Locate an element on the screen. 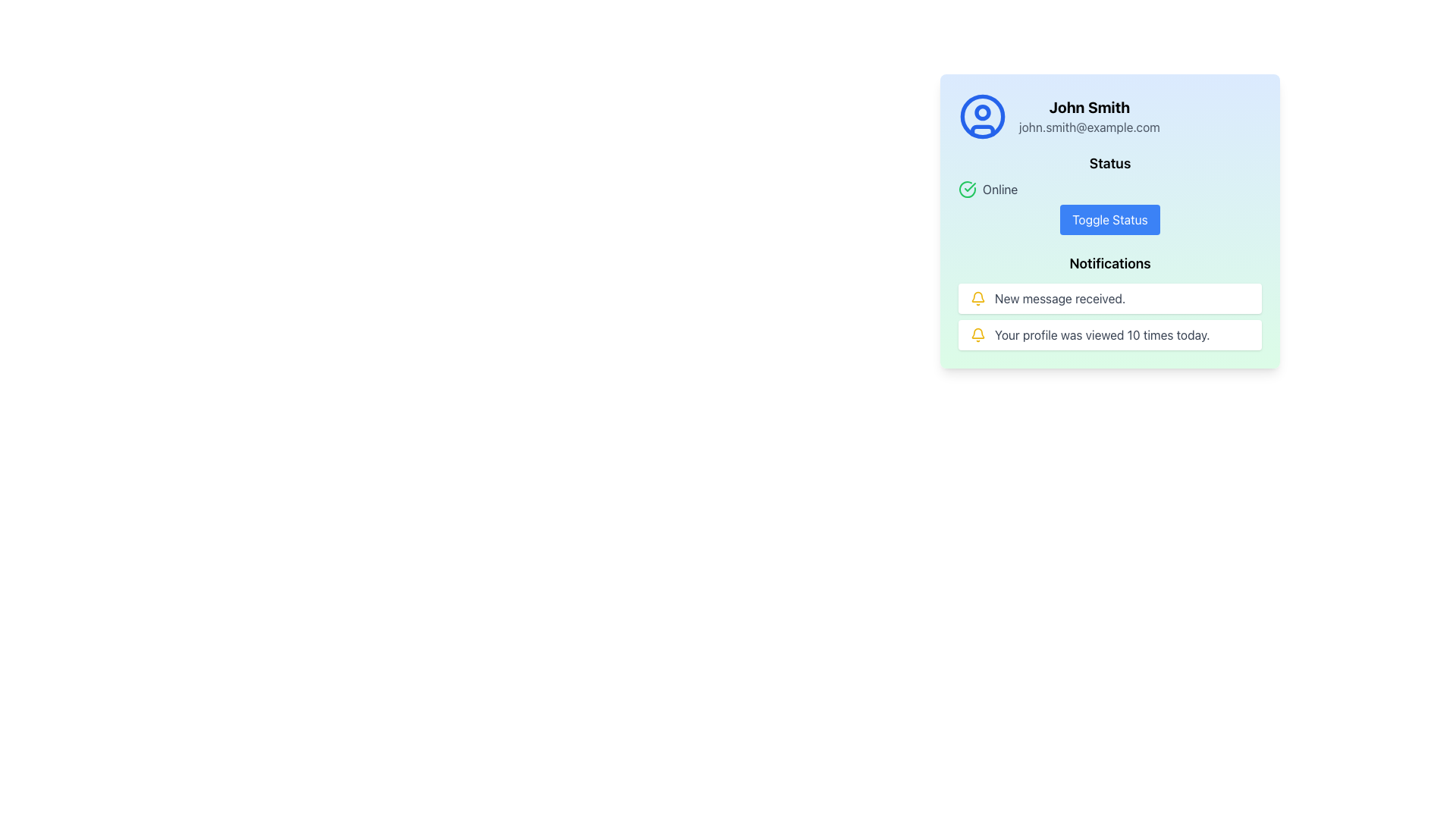 This screenshot has height=819, width=1456. on the Circular User Icon representing the user profile of 'John Smith', located above the text 'John Smith' and 'john.smith@example.com' is located at coordinates (983, 116).